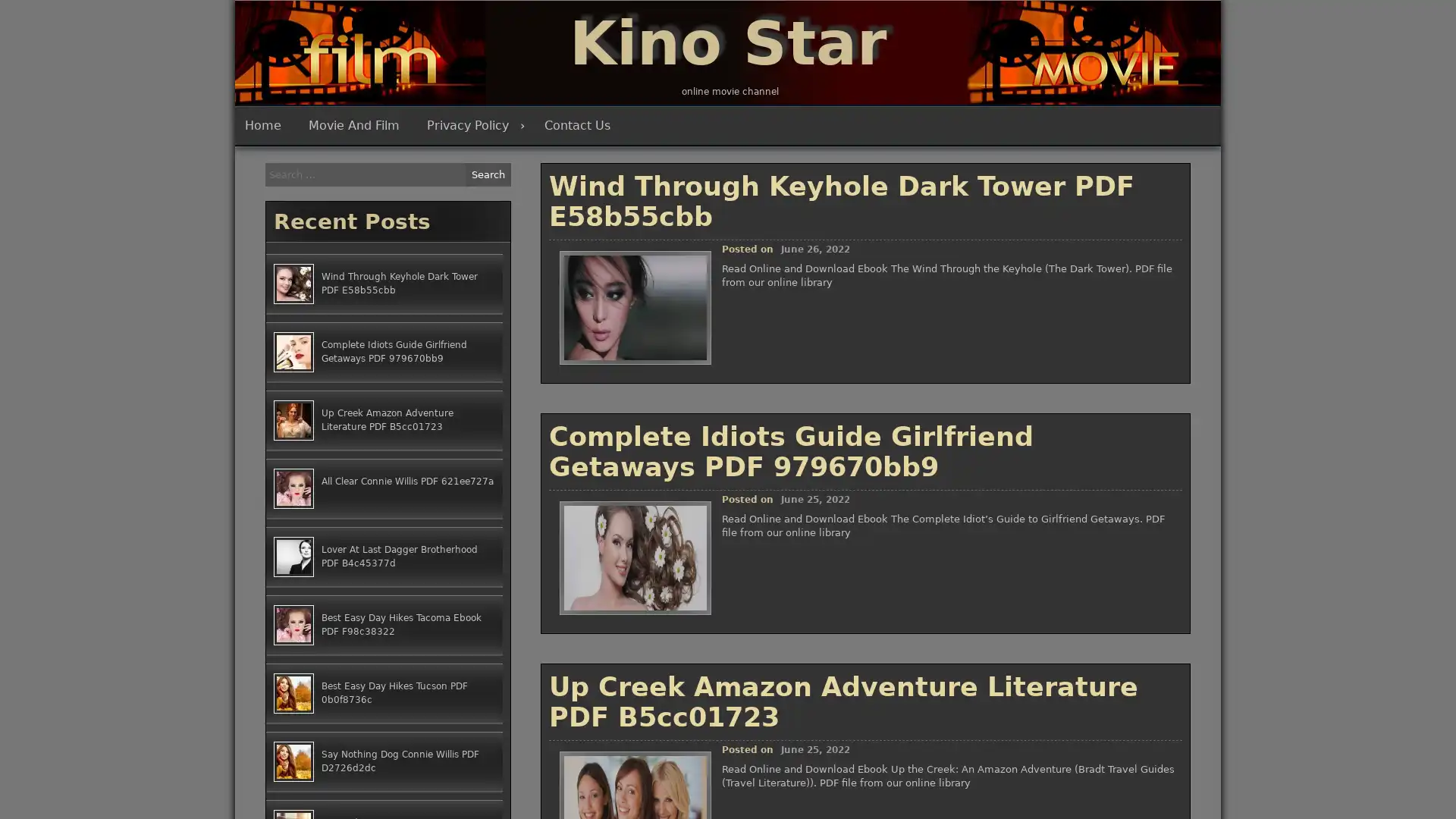 The width and height of the screenshot is (1456, 819). Describe the element at coordinates (488, 174) in the screenshot. I see `Search` at that location.